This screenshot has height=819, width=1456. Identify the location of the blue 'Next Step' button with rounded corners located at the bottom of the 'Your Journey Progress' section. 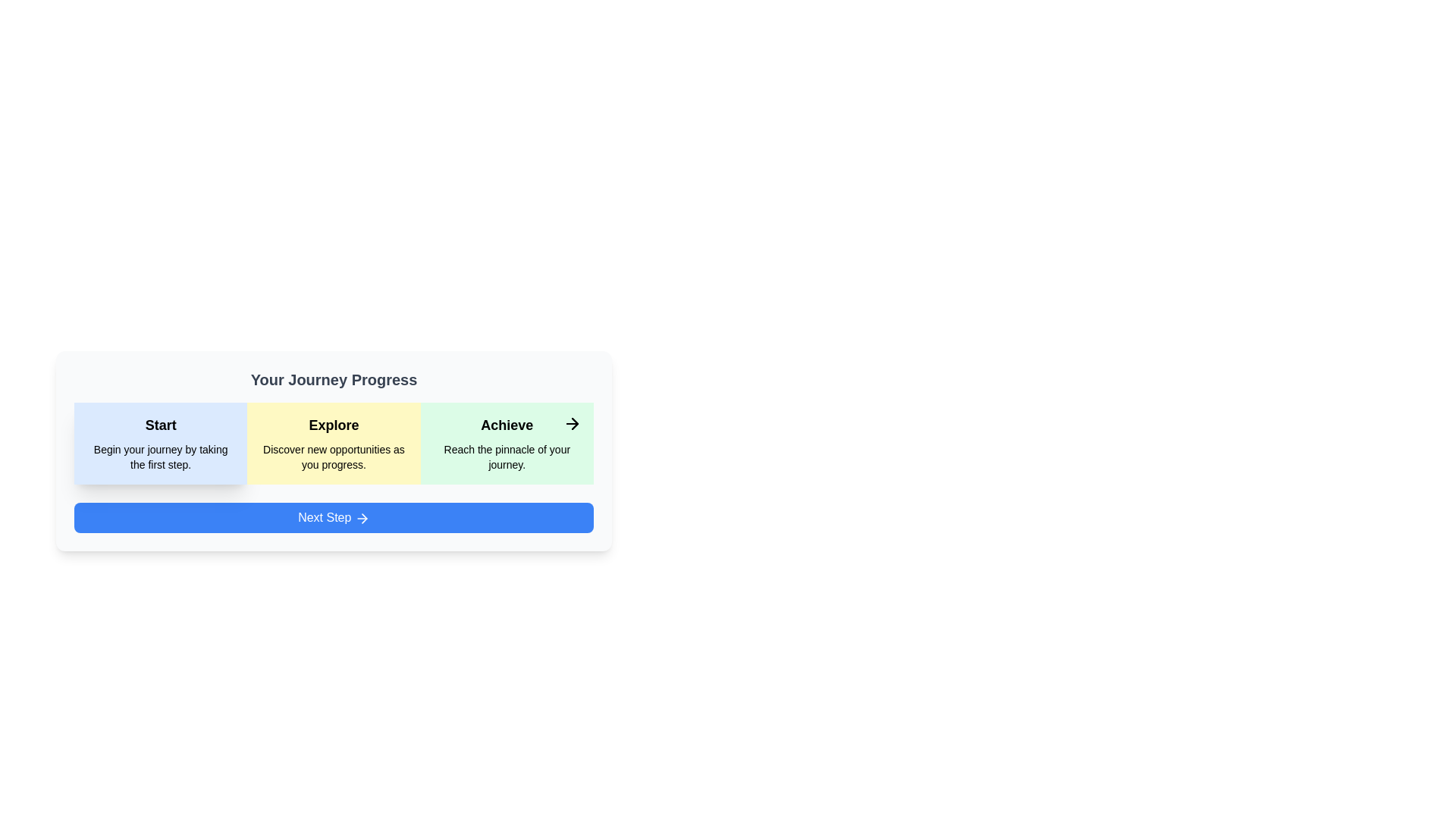
(333, 516).